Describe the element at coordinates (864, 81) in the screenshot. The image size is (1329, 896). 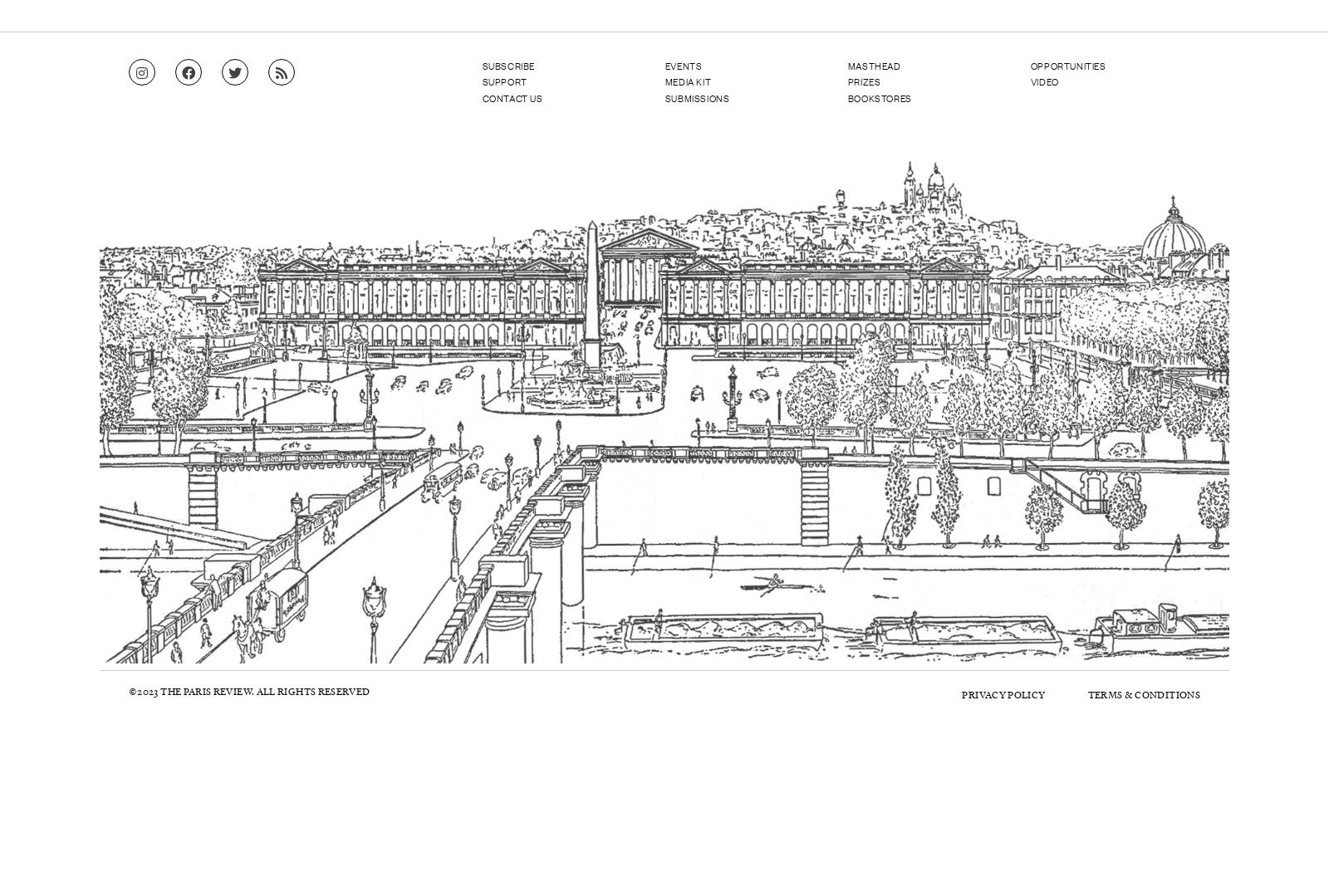
I see `'Prizes'` at that location.